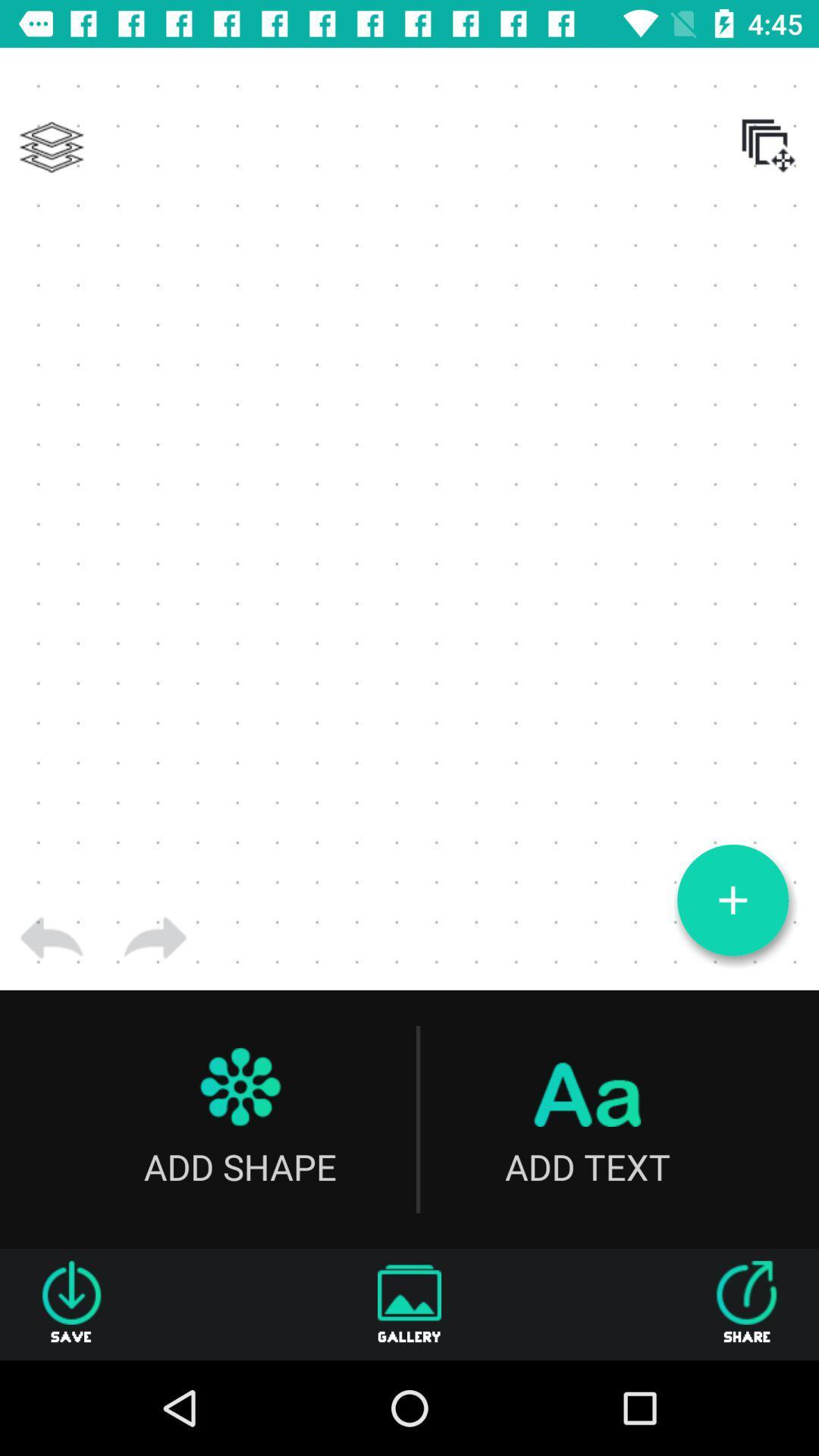  What do you see at coordinates (155, 937) in the screenshot?
I see `go forward` at bounding box center [155, 937].